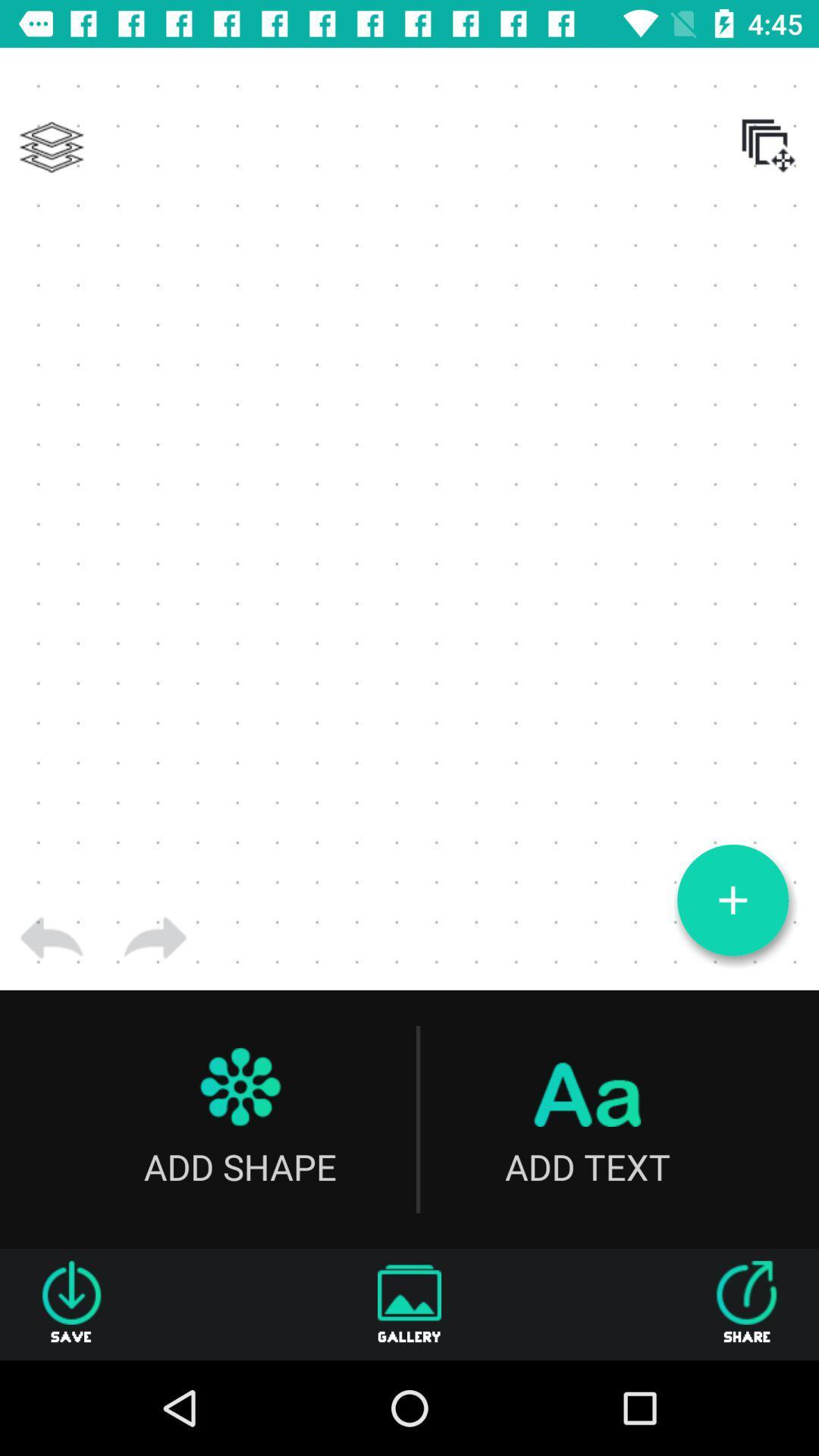  What do you see at coordinates (155, 937) in the screenshot?
I see `go forward` at bounding box center [155, 937].